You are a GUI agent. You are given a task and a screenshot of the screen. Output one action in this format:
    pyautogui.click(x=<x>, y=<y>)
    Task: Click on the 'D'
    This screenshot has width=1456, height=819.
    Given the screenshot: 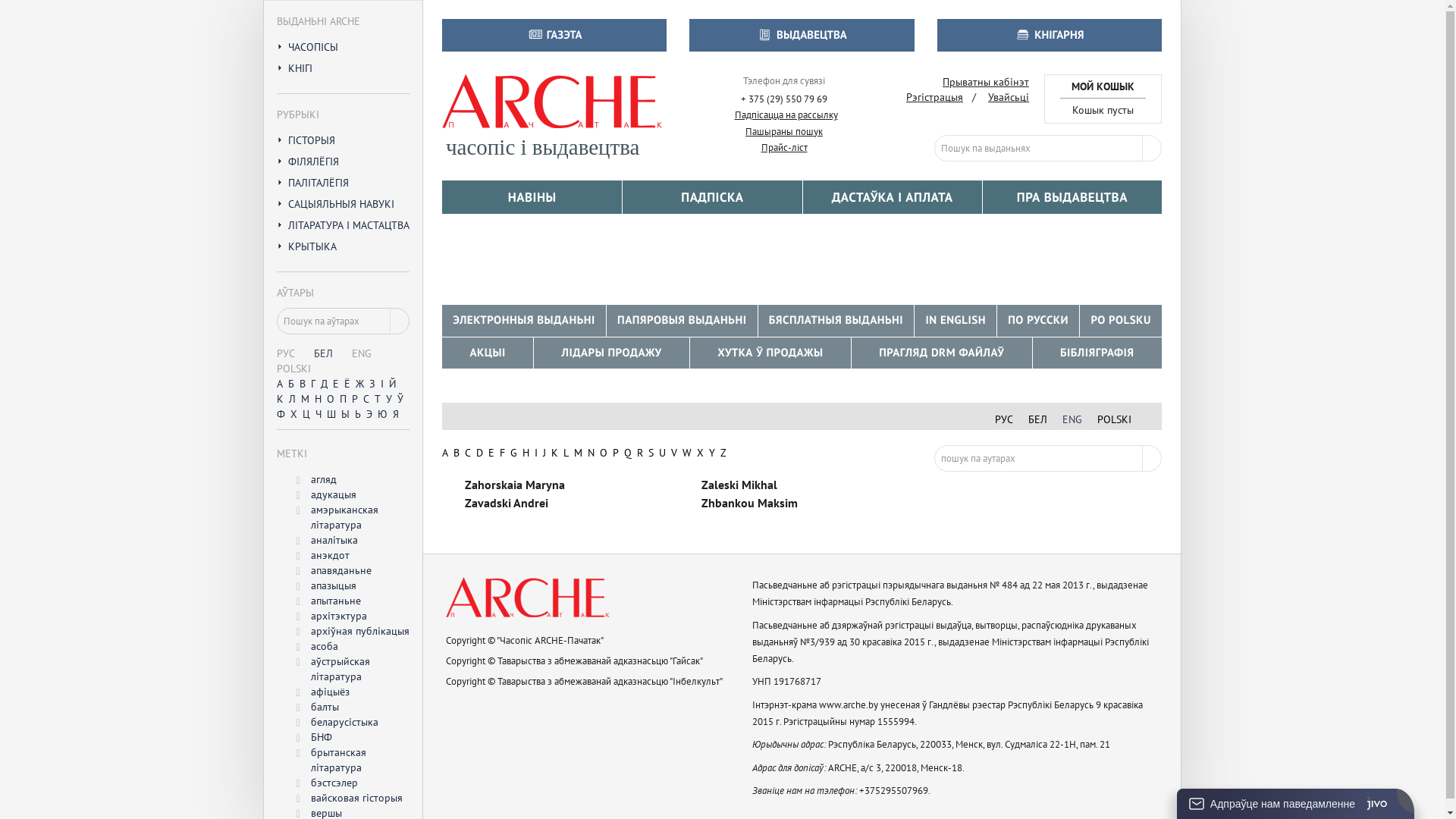 What is the action you would take?
    pyautogui.click(x=475, y=452)
    